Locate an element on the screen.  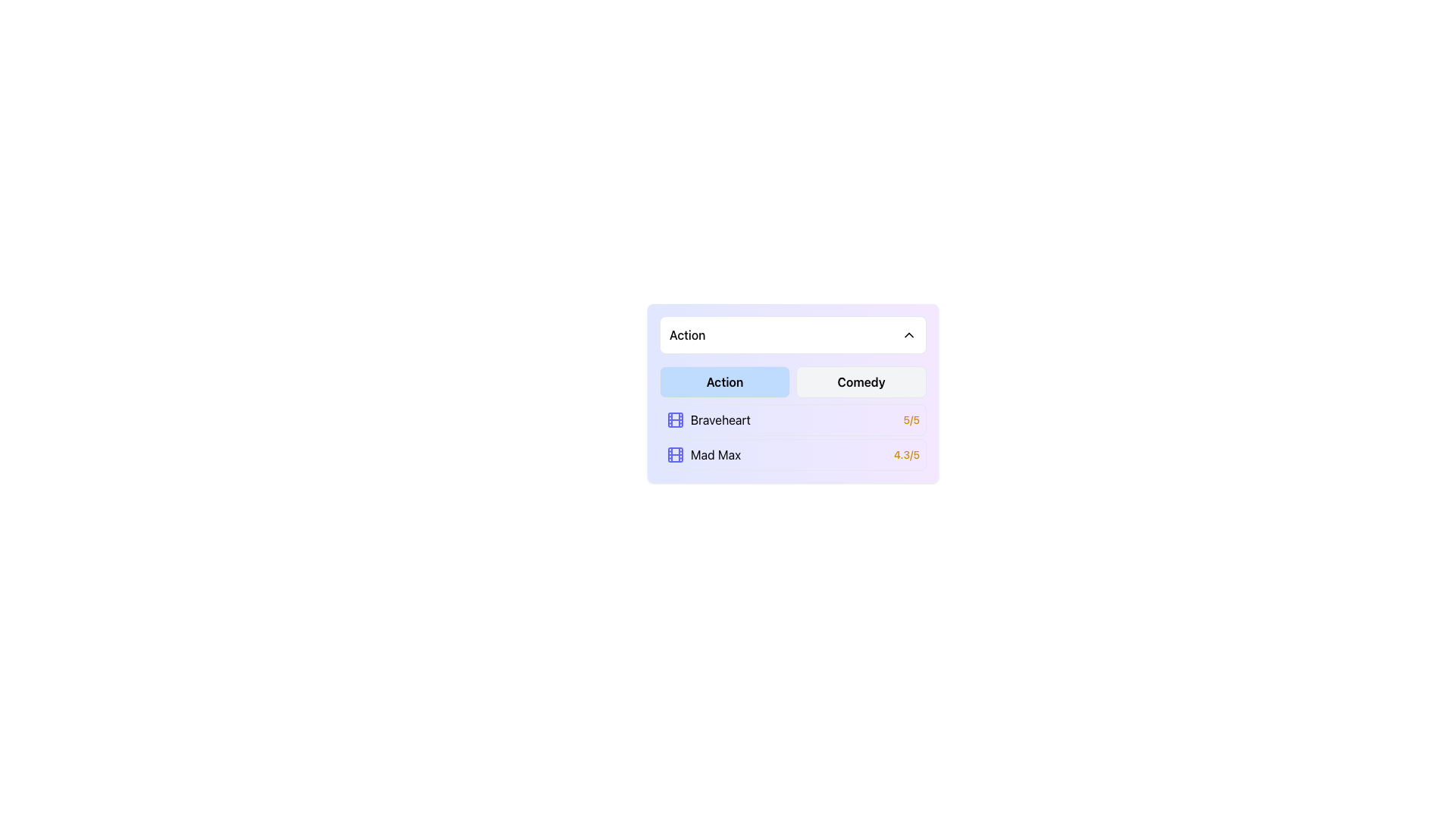
the film icon with a purple outline and indigo fill, located to the left of the text 'Braveheart' is located at coordinates (675, 420).